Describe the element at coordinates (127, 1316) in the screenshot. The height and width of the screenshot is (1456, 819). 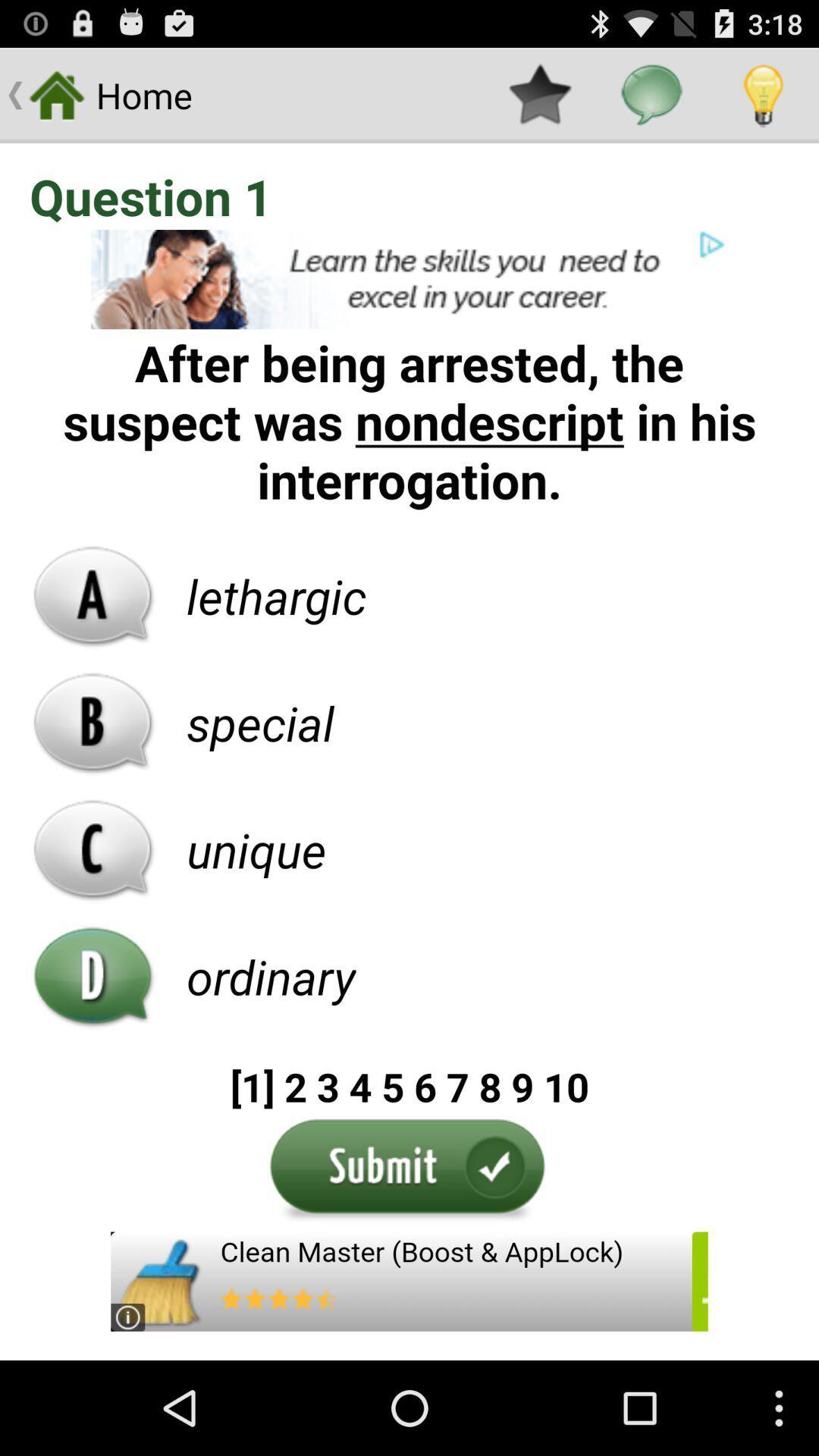
I see `the information icon which is at the bottom` at that location.